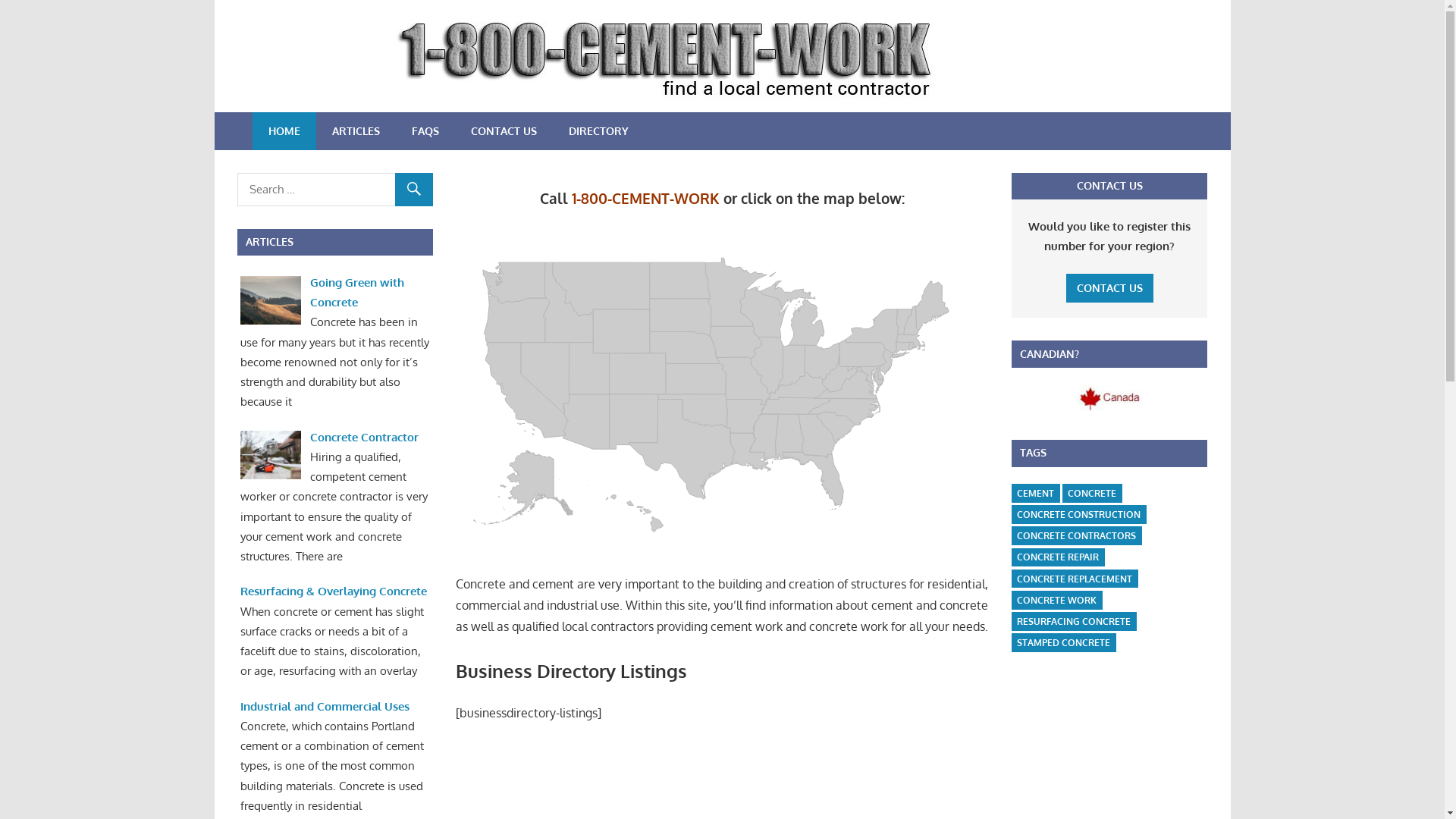 This screenshot has width=1456, height=819. Describe the element at coordinates (1062, 642) in the screenshot. I see `'STAMPED CONCRETE'` at that location.